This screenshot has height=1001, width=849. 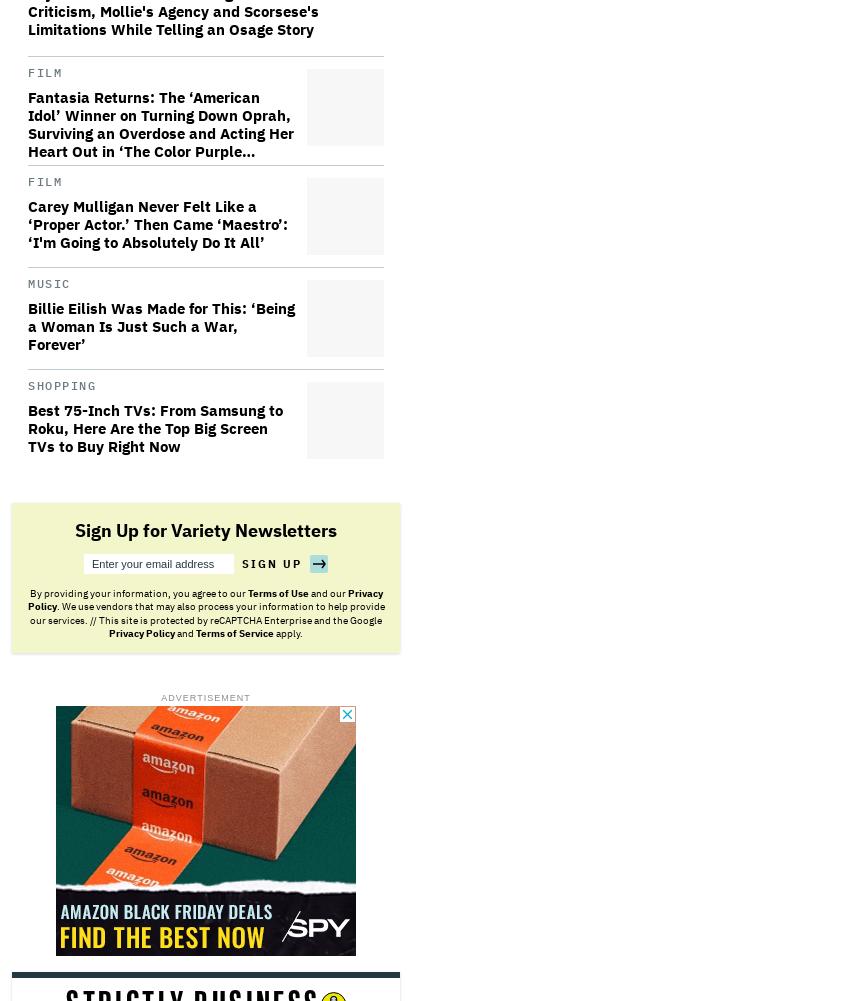 I want to click on 'and our', so click(x=326, y=592).